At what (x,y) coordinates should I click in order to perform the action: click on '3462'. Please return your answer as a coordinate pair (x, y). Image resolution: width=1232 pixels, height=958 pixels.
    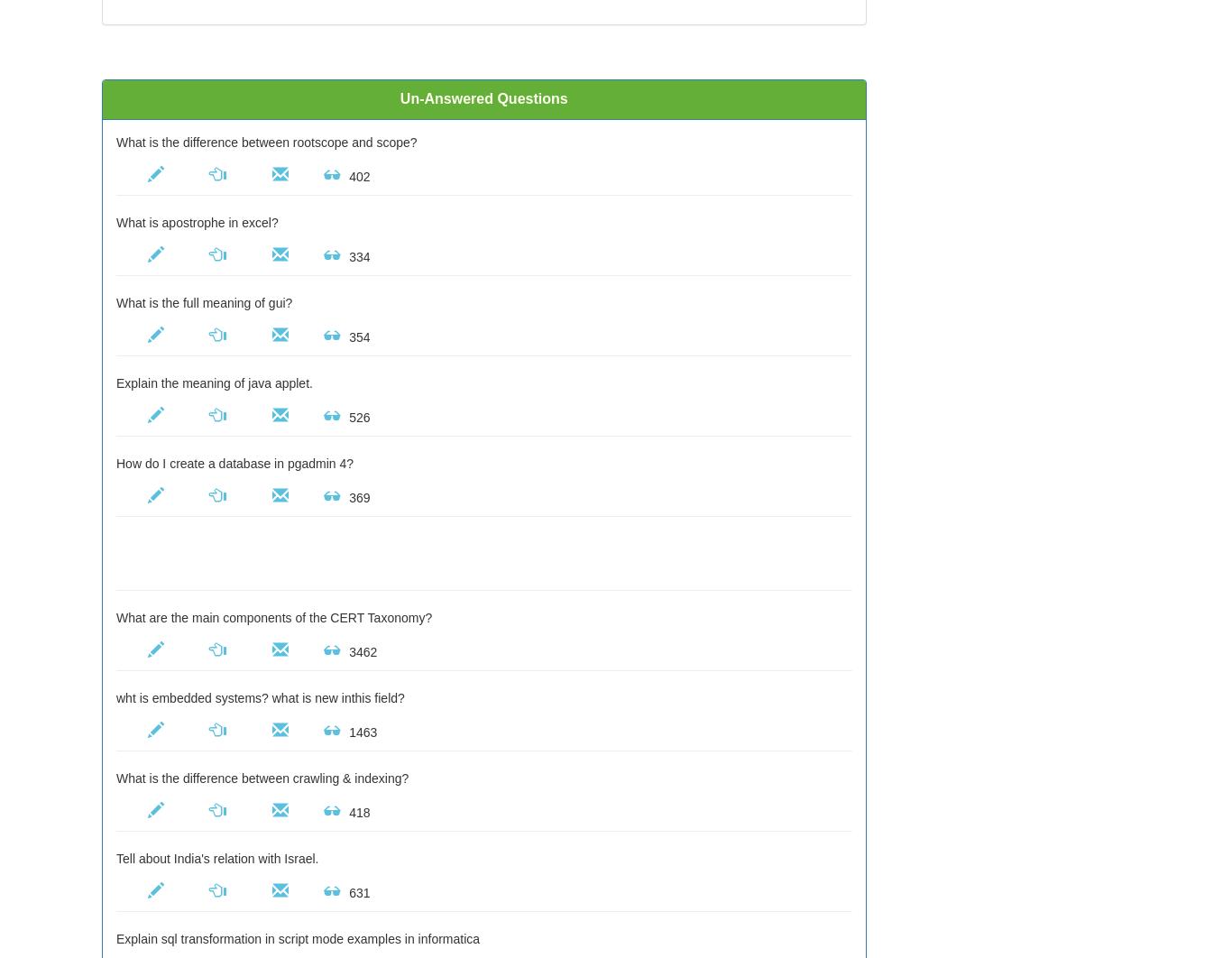
    Looking at the image, I should click on (360, 652).